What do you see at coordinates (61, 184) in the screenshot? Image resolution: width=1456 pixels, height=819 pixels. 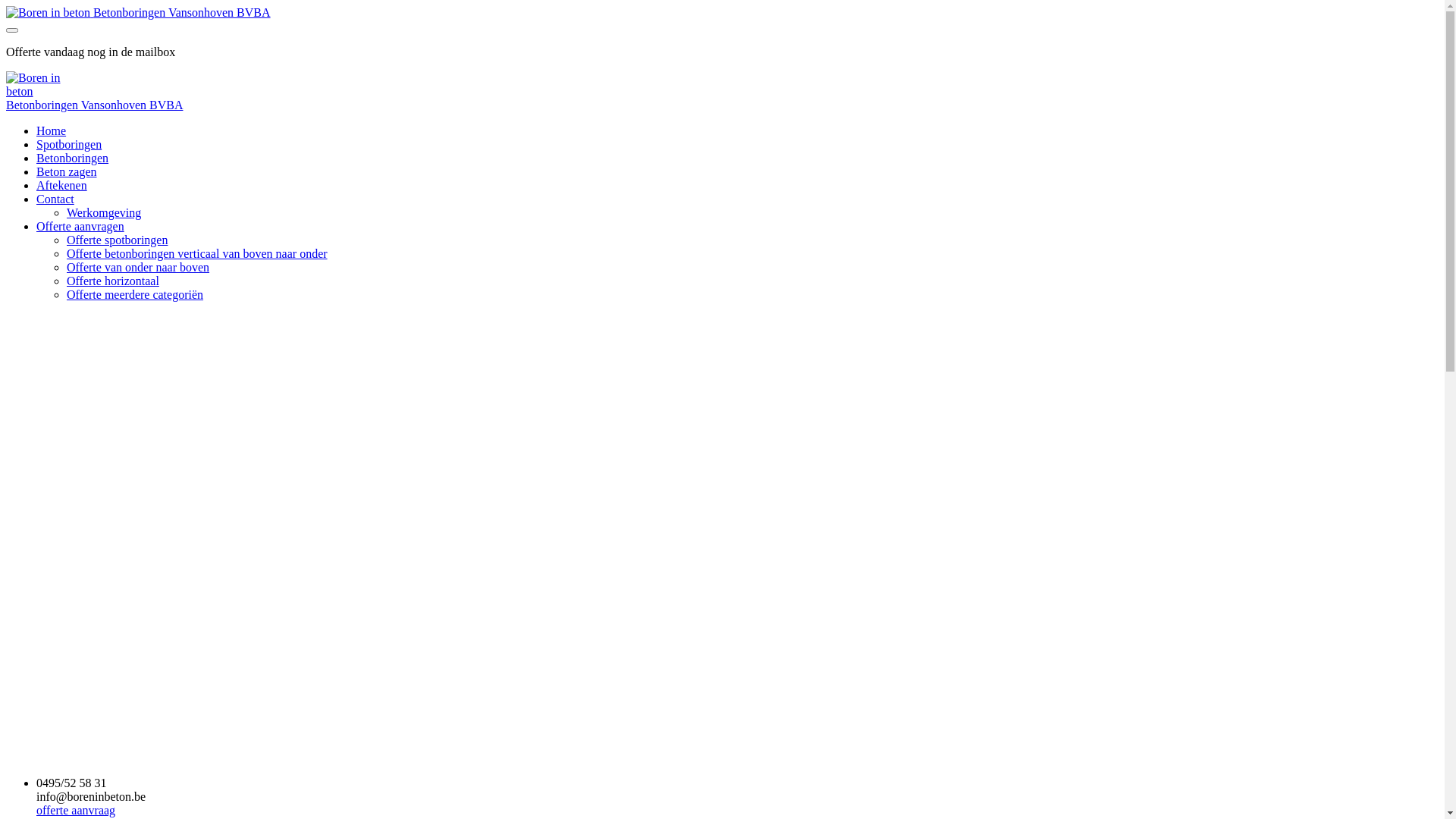 I see `'Aftekenen'` at bounding box center [61, 184].